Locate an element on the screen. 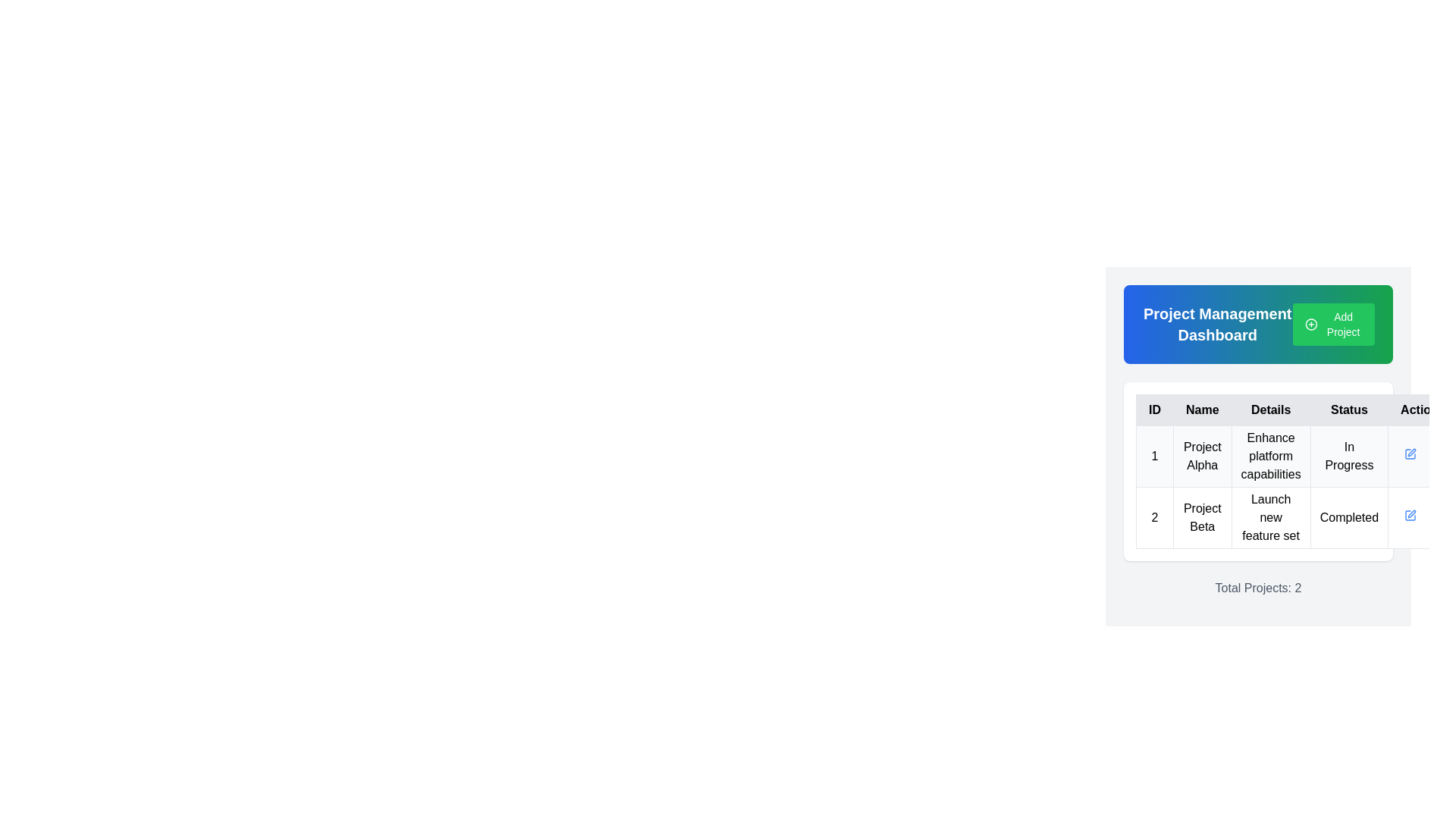 Image resolution: width=1456 pixels, height=819 pixels. text displayed as 'Project Beta' in the second row of the table's 'Name' column, which is styled with a bold font and bordered rectangular cell is located at coordinates (1201, 516).